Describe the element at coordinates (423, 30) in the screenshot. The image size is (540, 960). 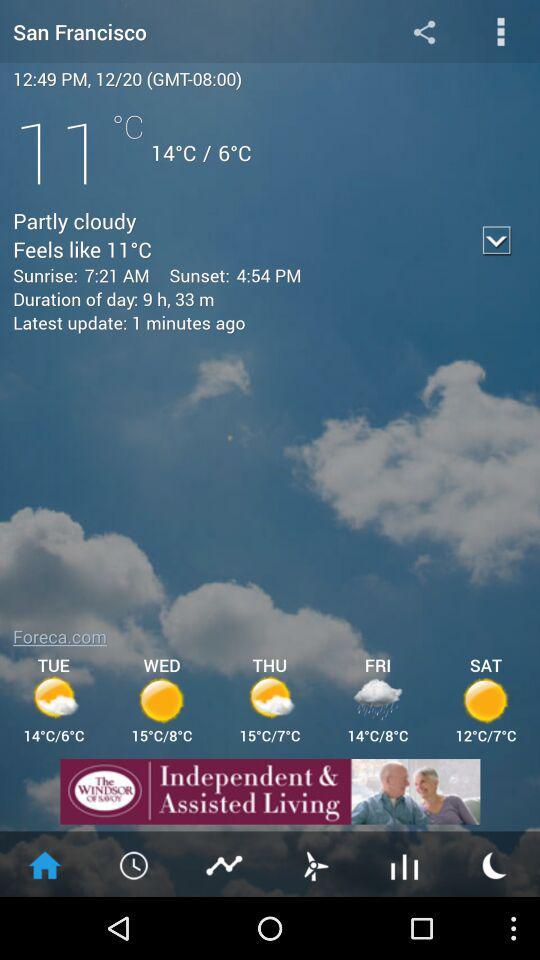
I see `share data` at that location.